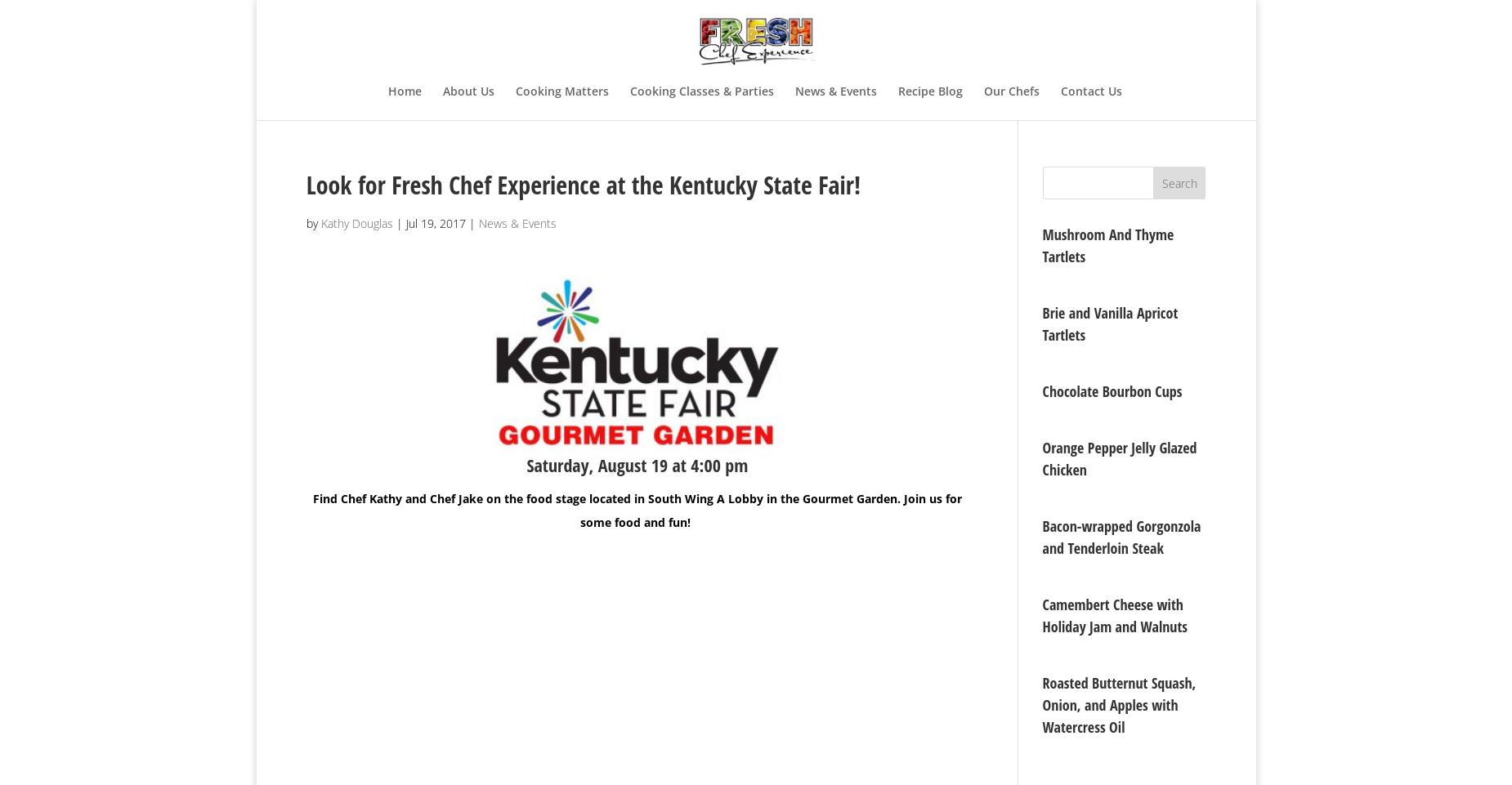  What do you see at coordinates (1107, 245) in the screenshot?
I see `'Mushroom And Thyme Tartlets'` at bounding box center [1107, 245].